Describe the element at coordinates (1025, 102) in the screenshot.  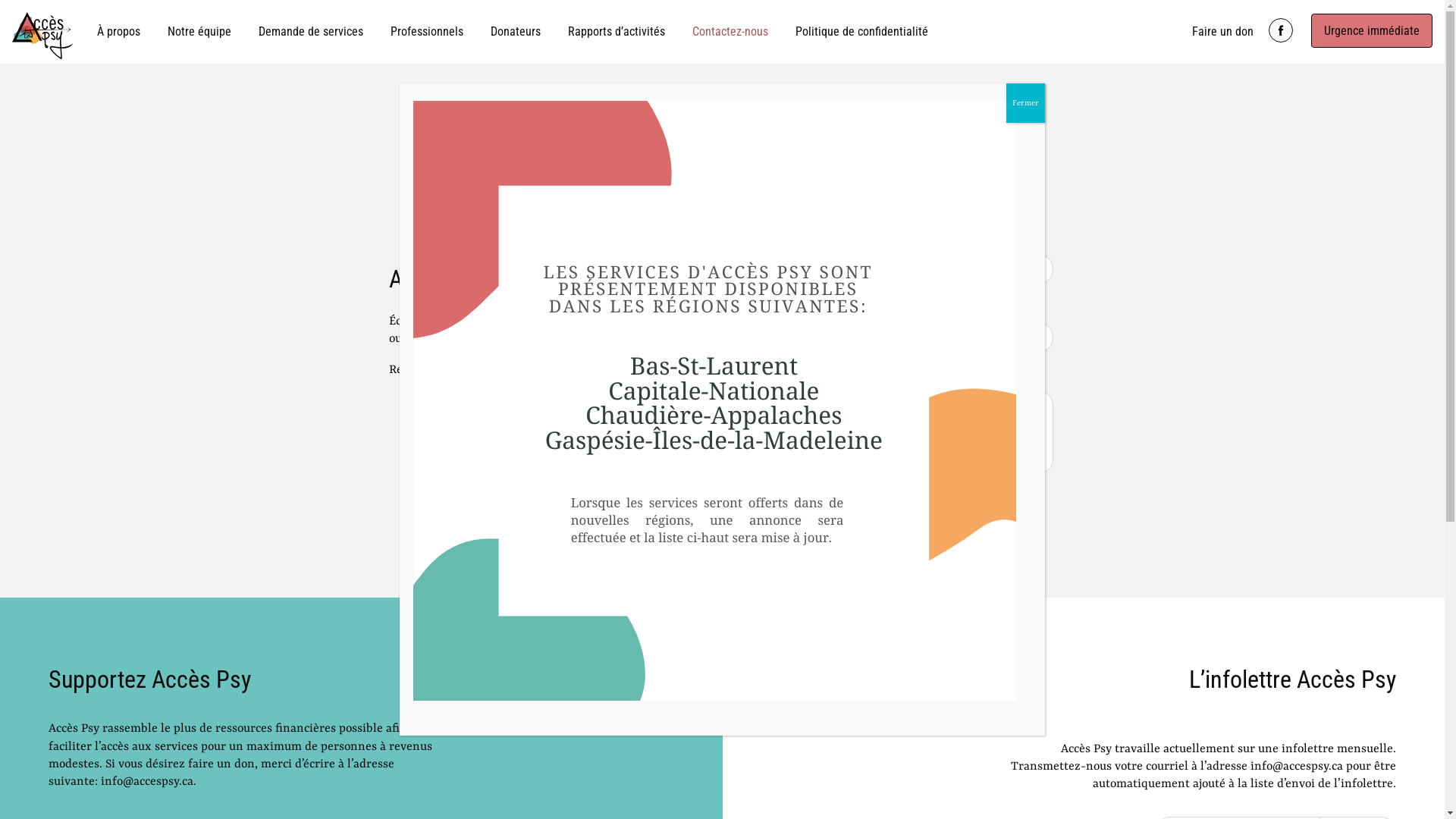
I see `'Fermer'` at that location.